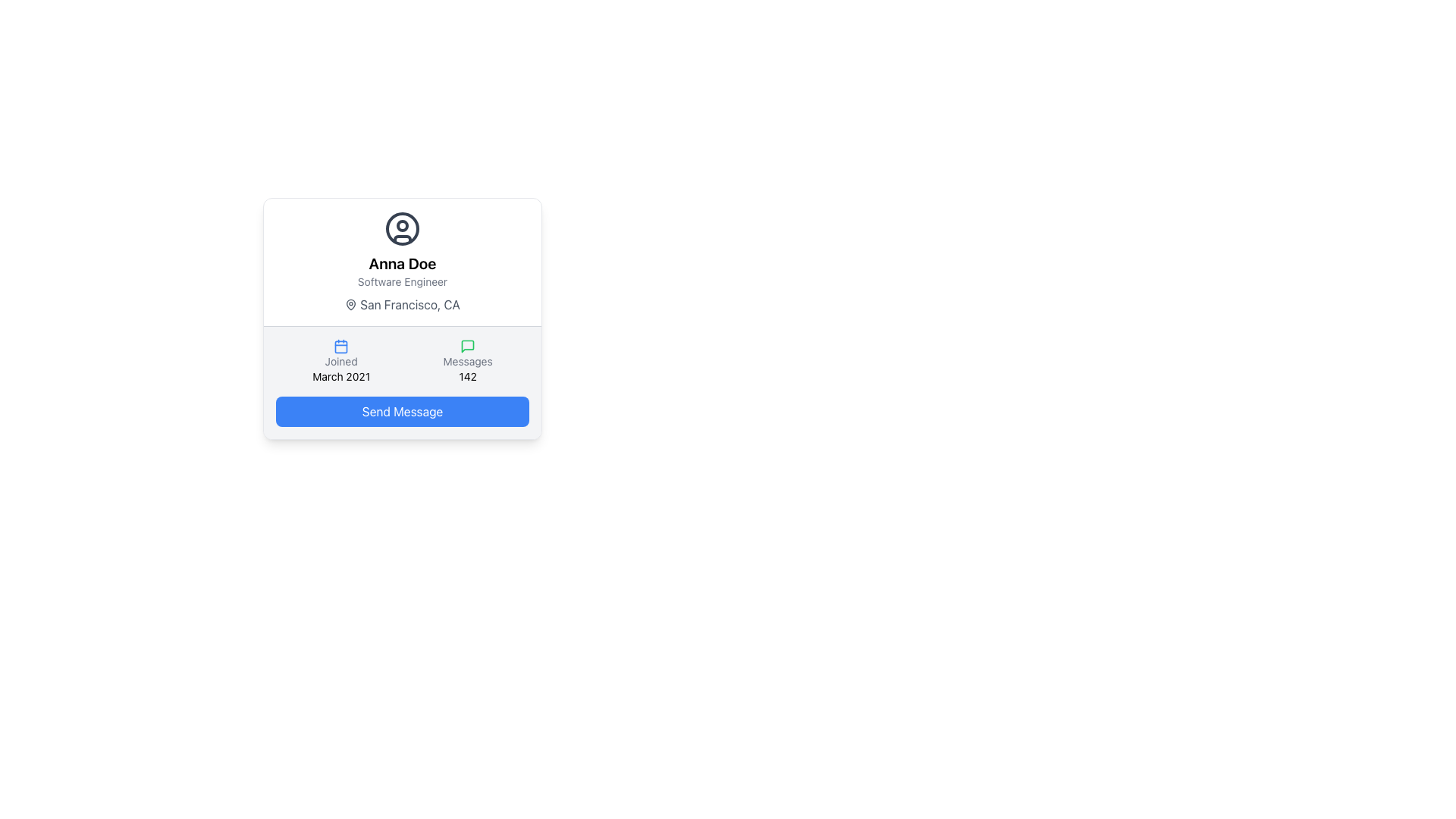 The image size is (1456, 819). I want to click on the static text label that indicates message count, positioned below the icon and above the number '142', so click(467, 362).